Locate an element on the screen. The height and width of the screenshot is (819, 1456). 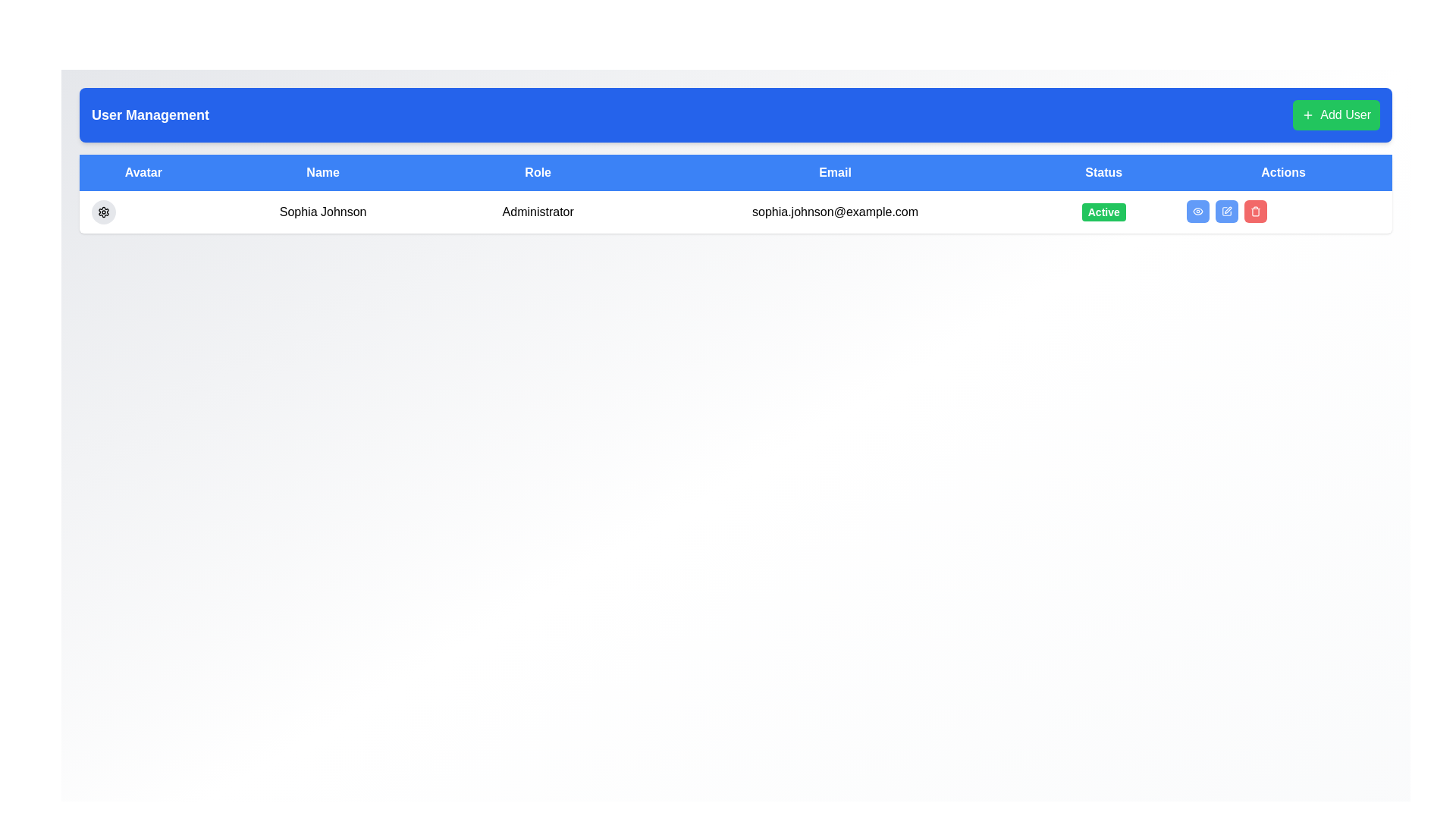
the blue button with rounded corners and a pen icon is located at coordinates (1227, 211).